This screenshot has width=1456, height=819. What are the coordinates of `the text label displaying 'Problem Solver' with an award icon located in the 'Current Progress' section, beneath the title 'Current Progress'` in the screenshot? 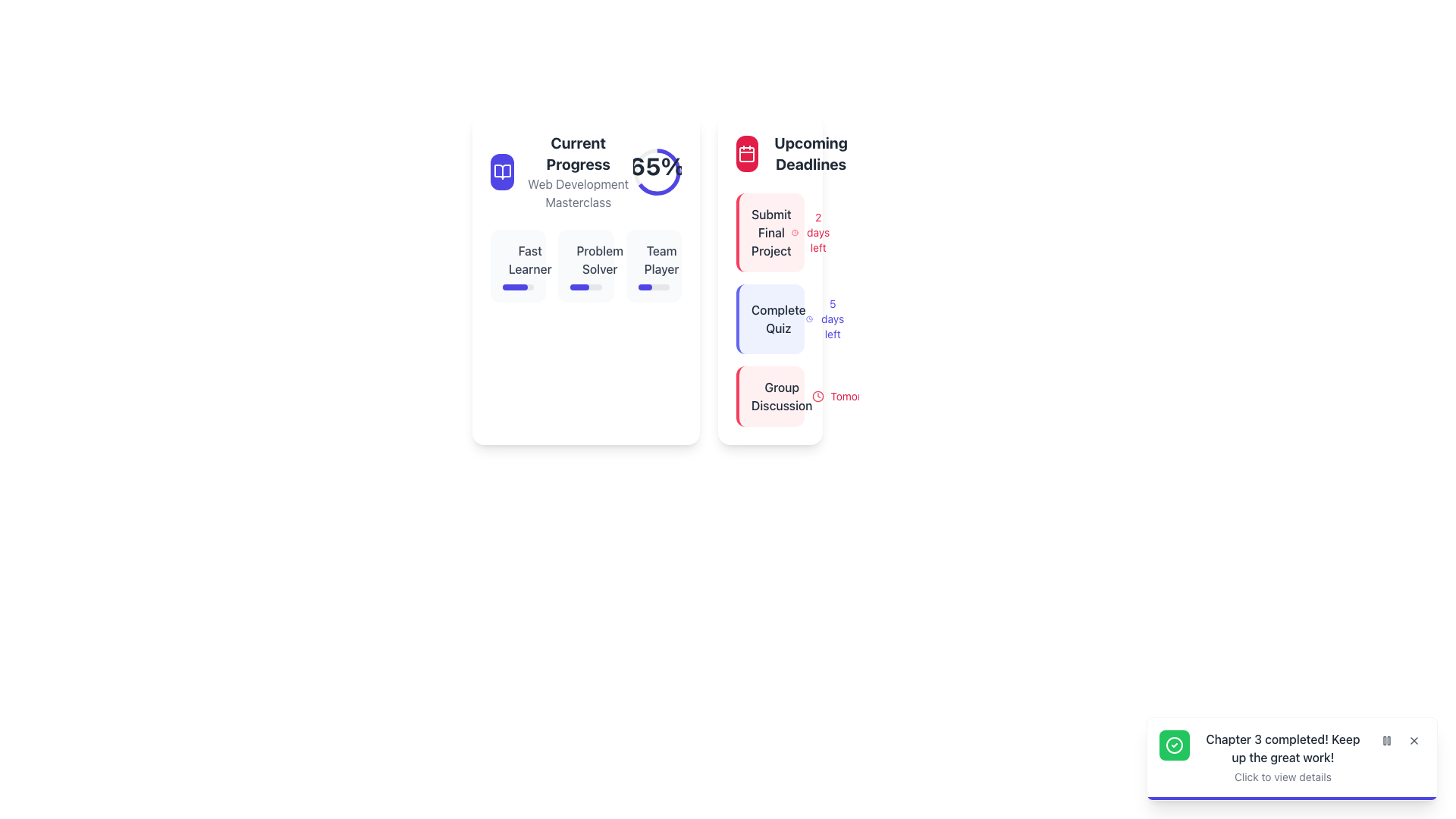 It's located at (585, 259).